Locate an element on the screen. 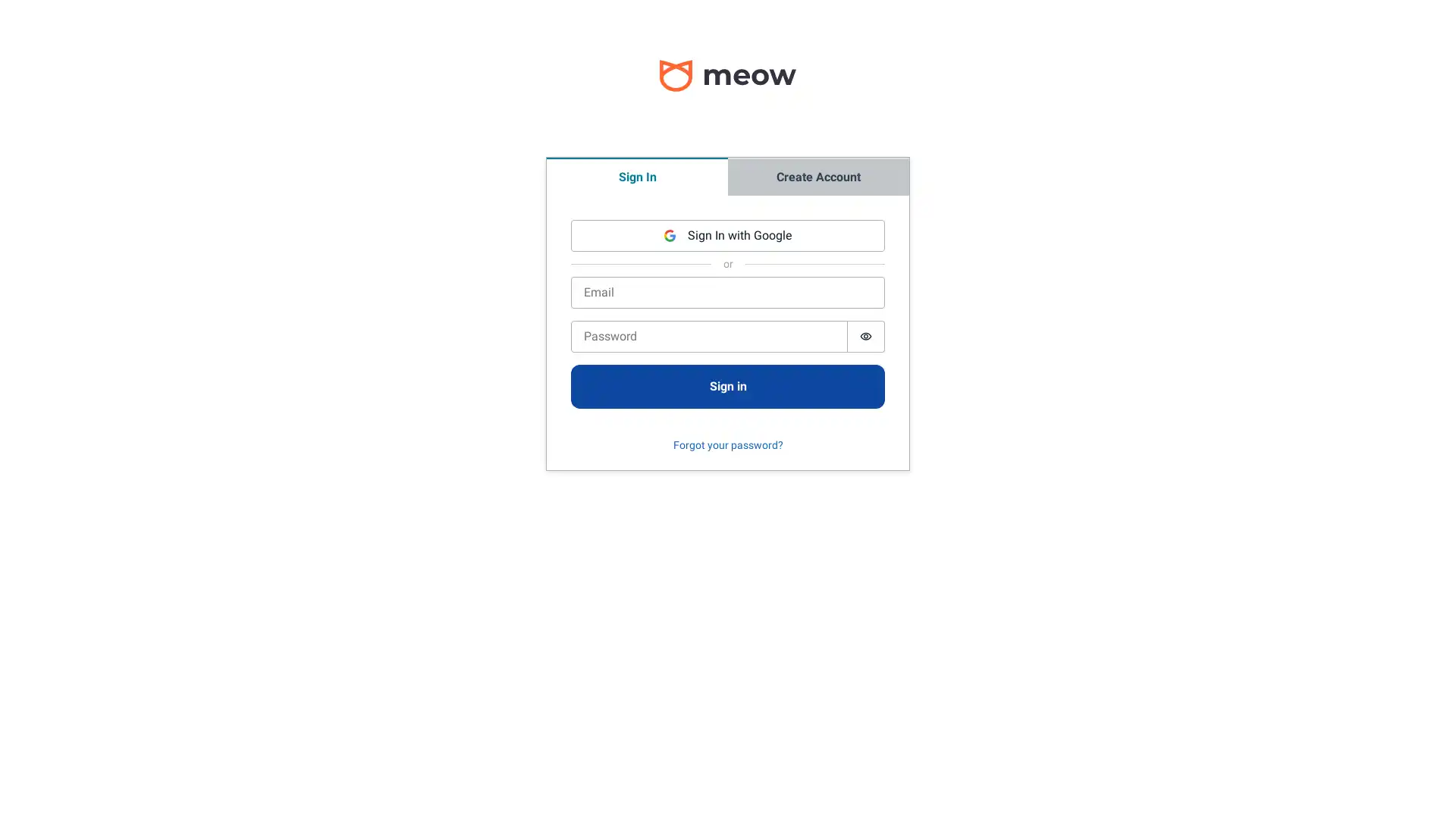 This screenshot has height=819, width=1456. Sign in is located at coordinates (728, 385).